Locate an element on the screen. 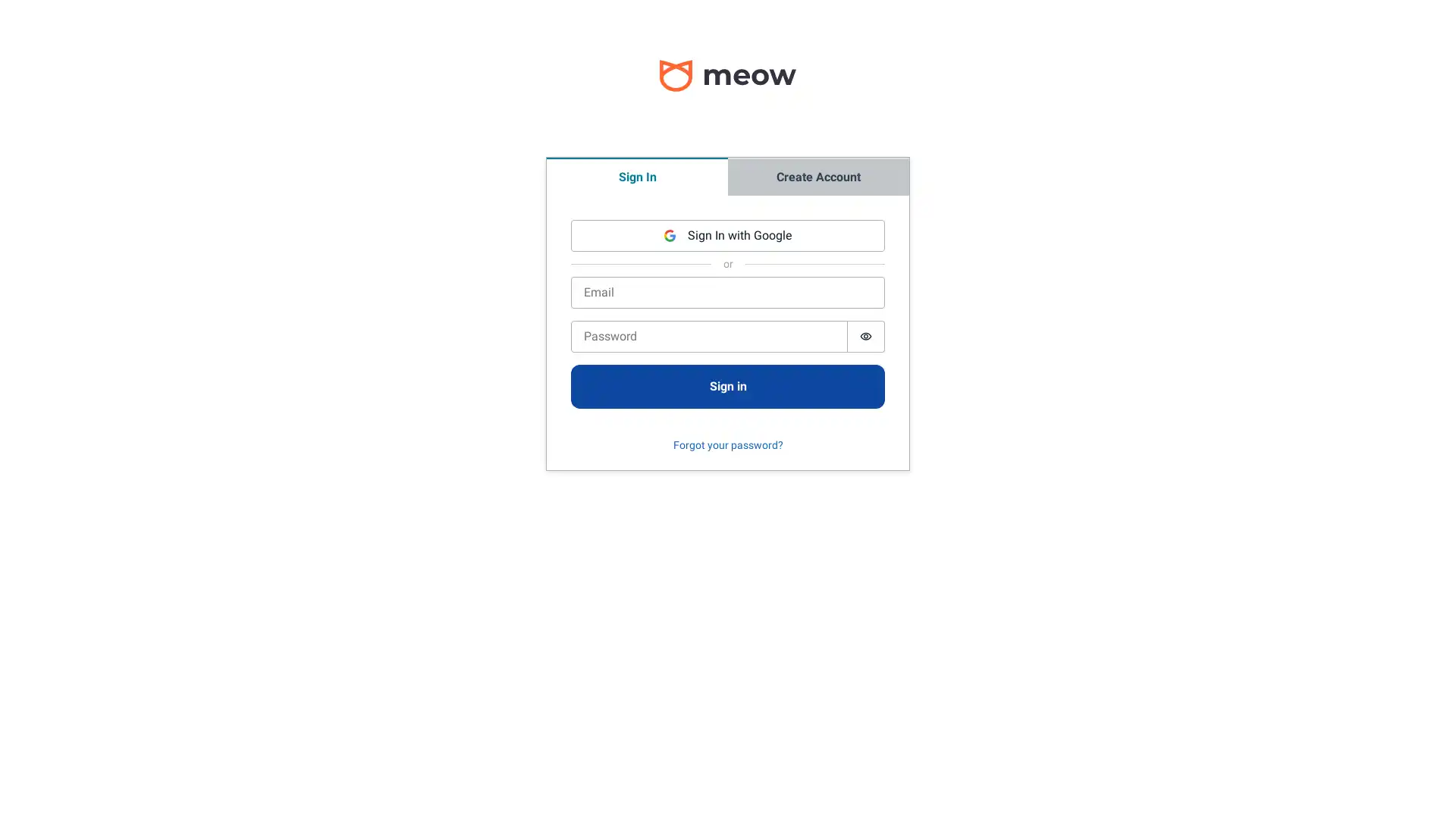 This screenshot has height=819, width=1456. Sign in is located at coordinates (728, 385).